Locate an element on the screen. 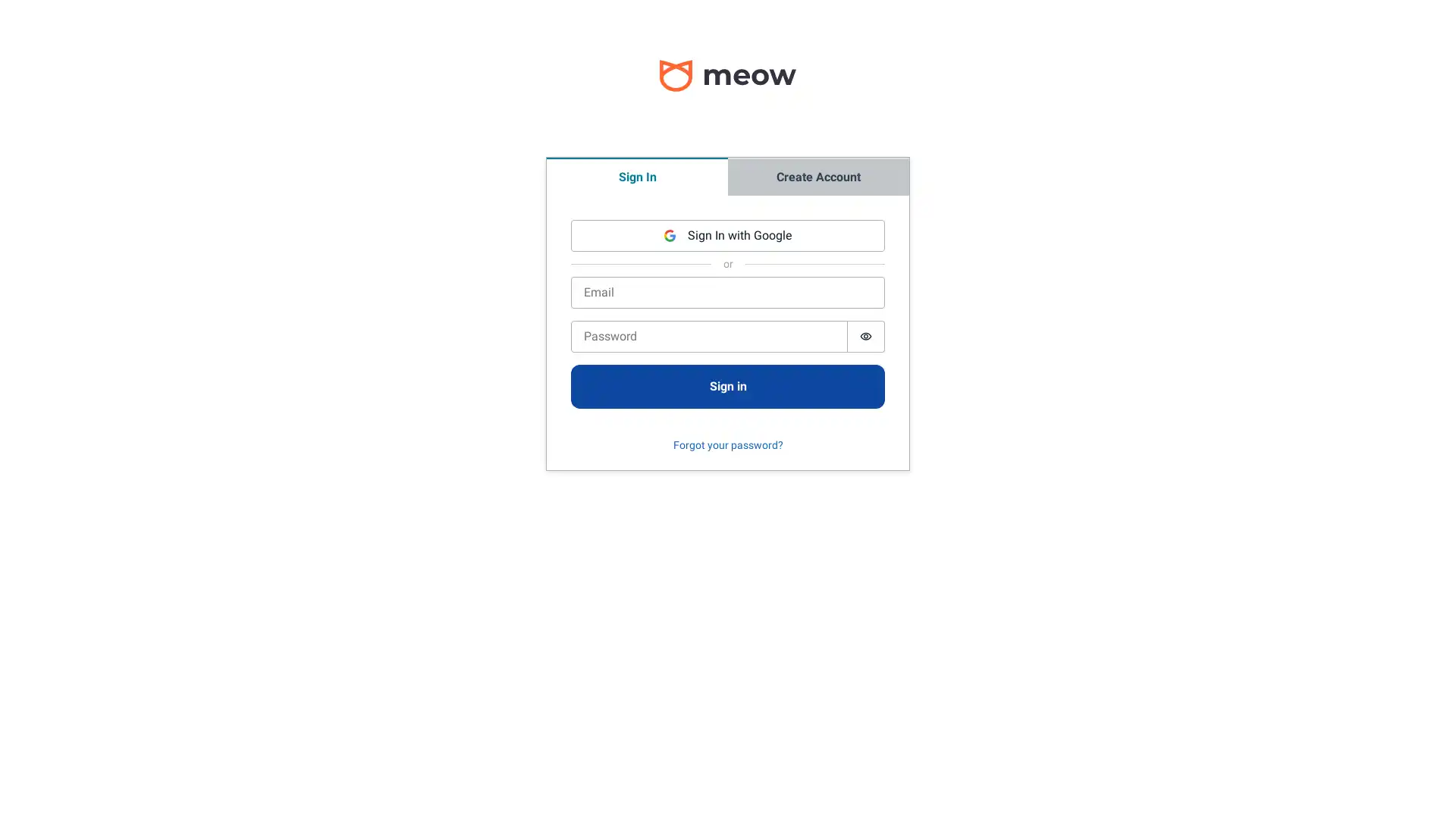 This screenshot has height=819, width=1456. Sign in is located at coordinates (728, 385).